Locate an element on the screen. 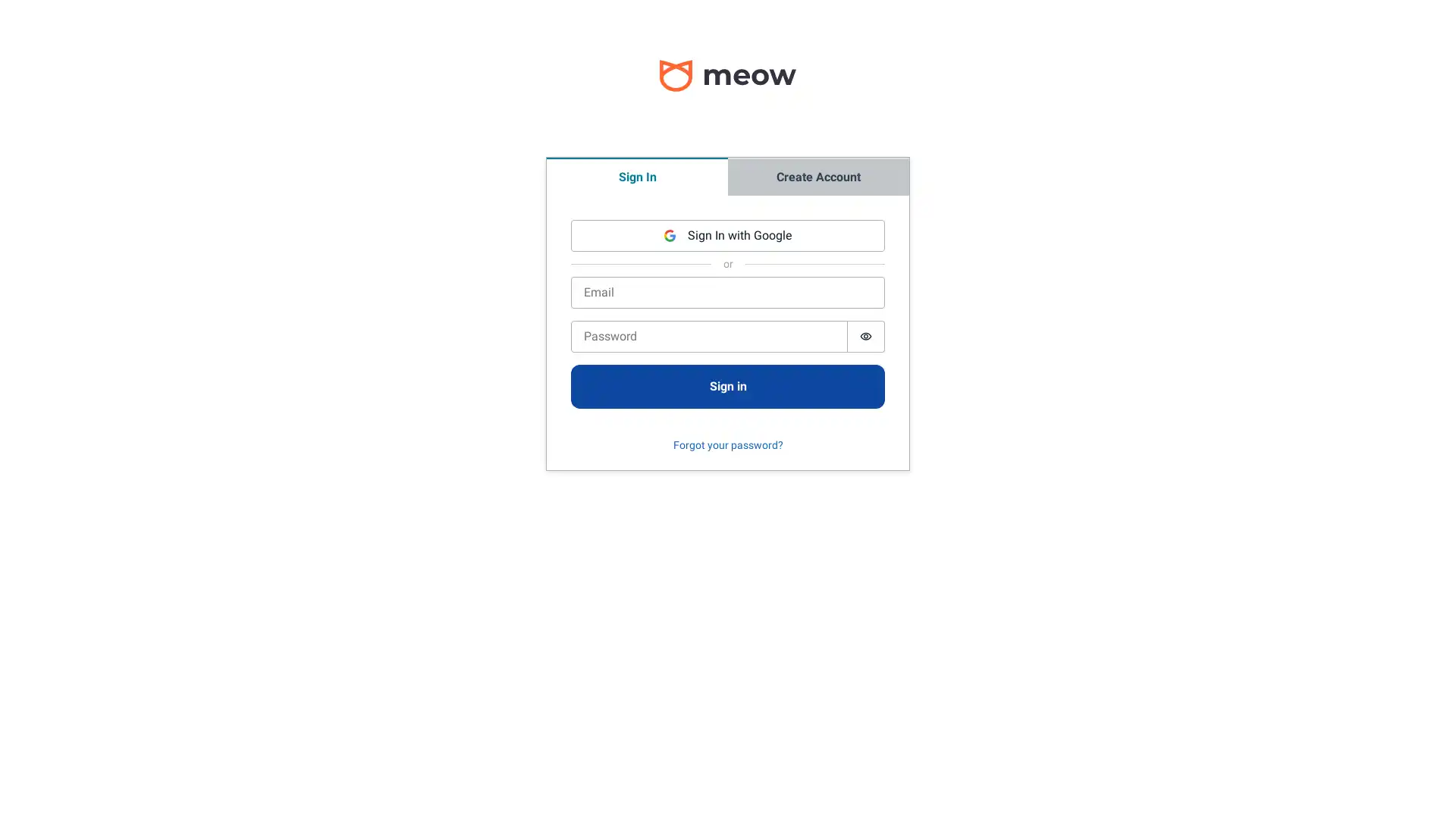 This screenshot has height=819, width=1456. Sign in is located at coordinates (728, 385).